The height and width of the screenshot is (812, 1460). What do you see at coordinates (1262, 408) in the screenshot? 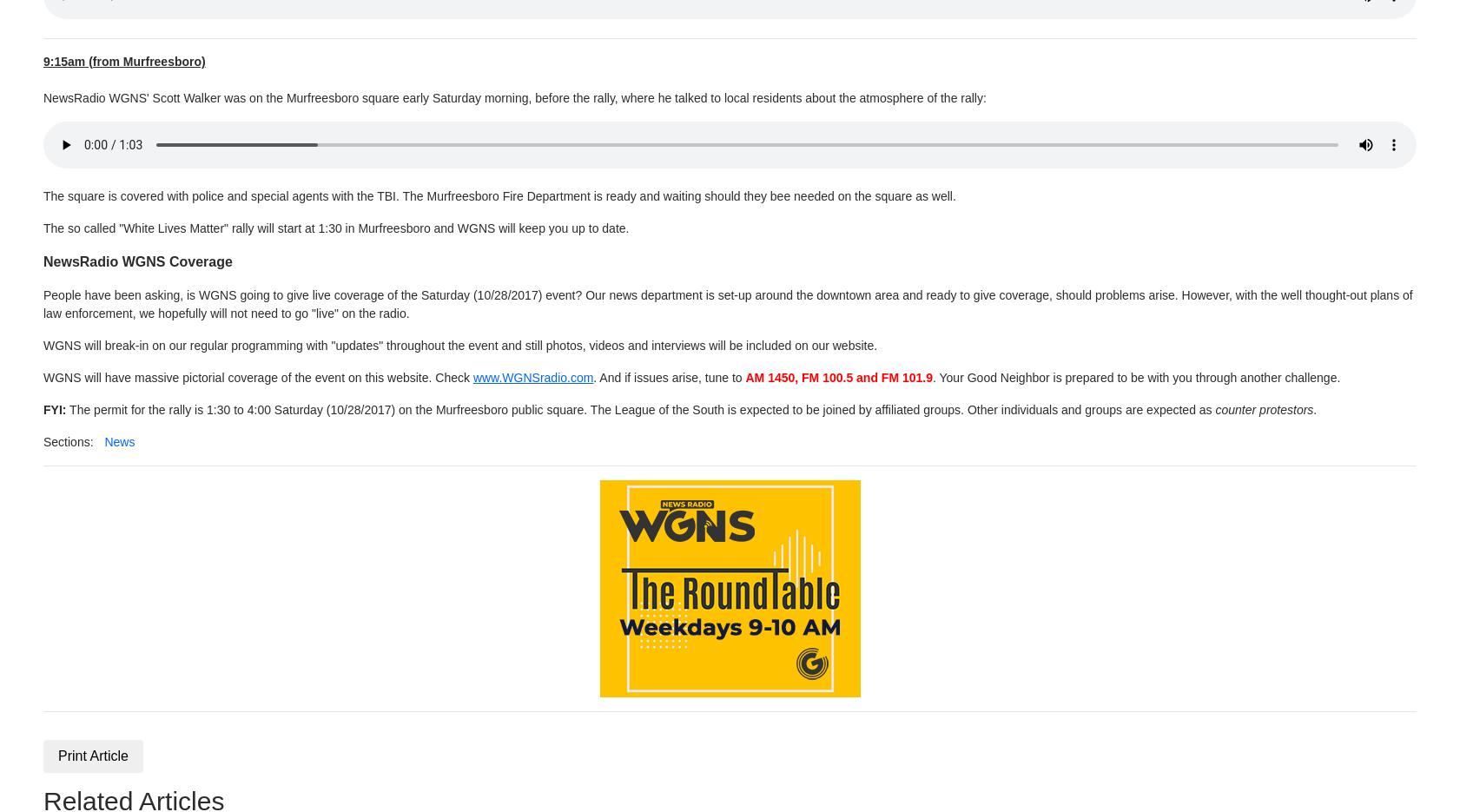
I see `'counter protestors'` at bounding box center [1262, 408].